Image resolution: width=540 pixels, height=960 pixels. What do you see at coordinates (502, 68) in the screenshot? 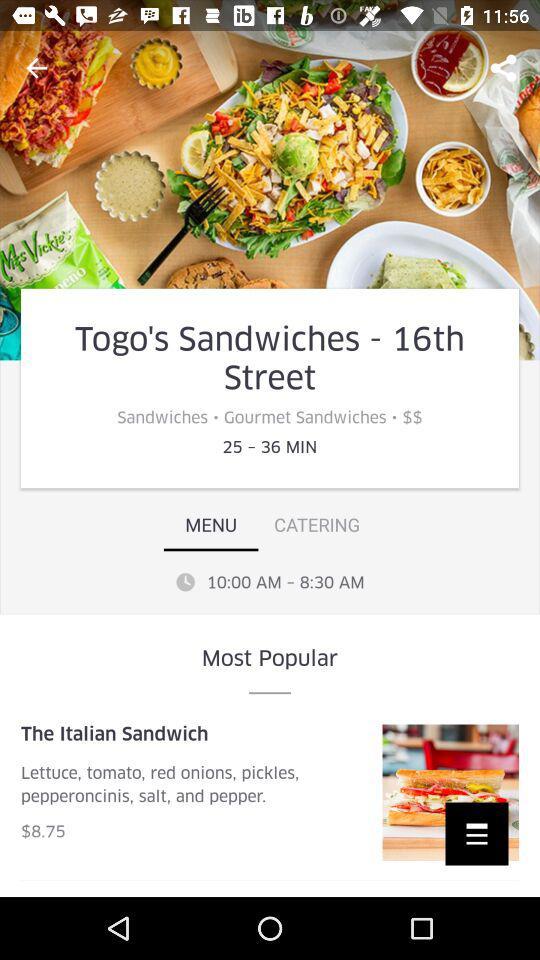
I see `the share icon` at bounding box center [502, 68].